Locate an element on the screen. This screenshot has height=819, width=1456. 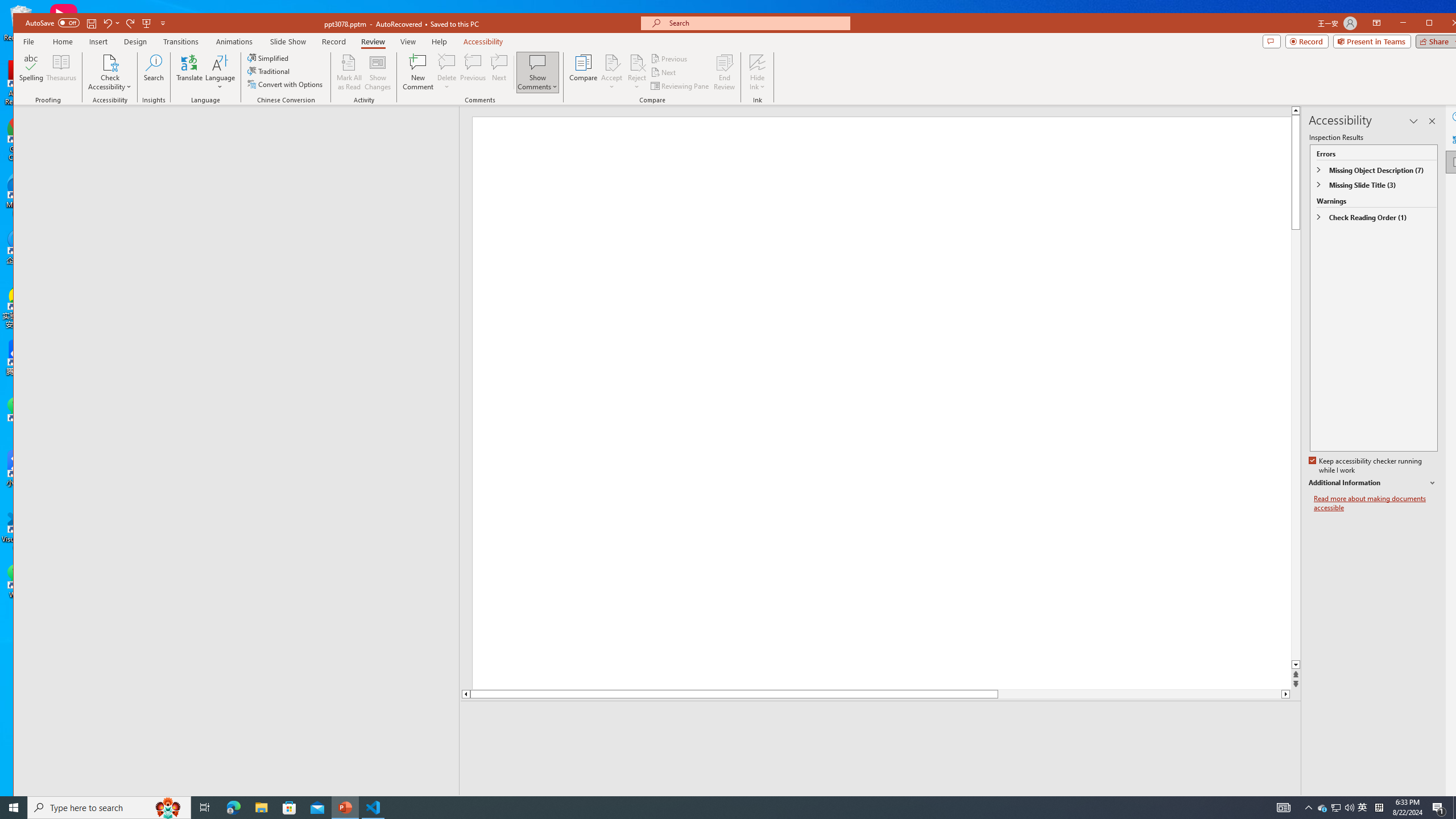
'Hide Ink' is located at coordinates (758, 72).